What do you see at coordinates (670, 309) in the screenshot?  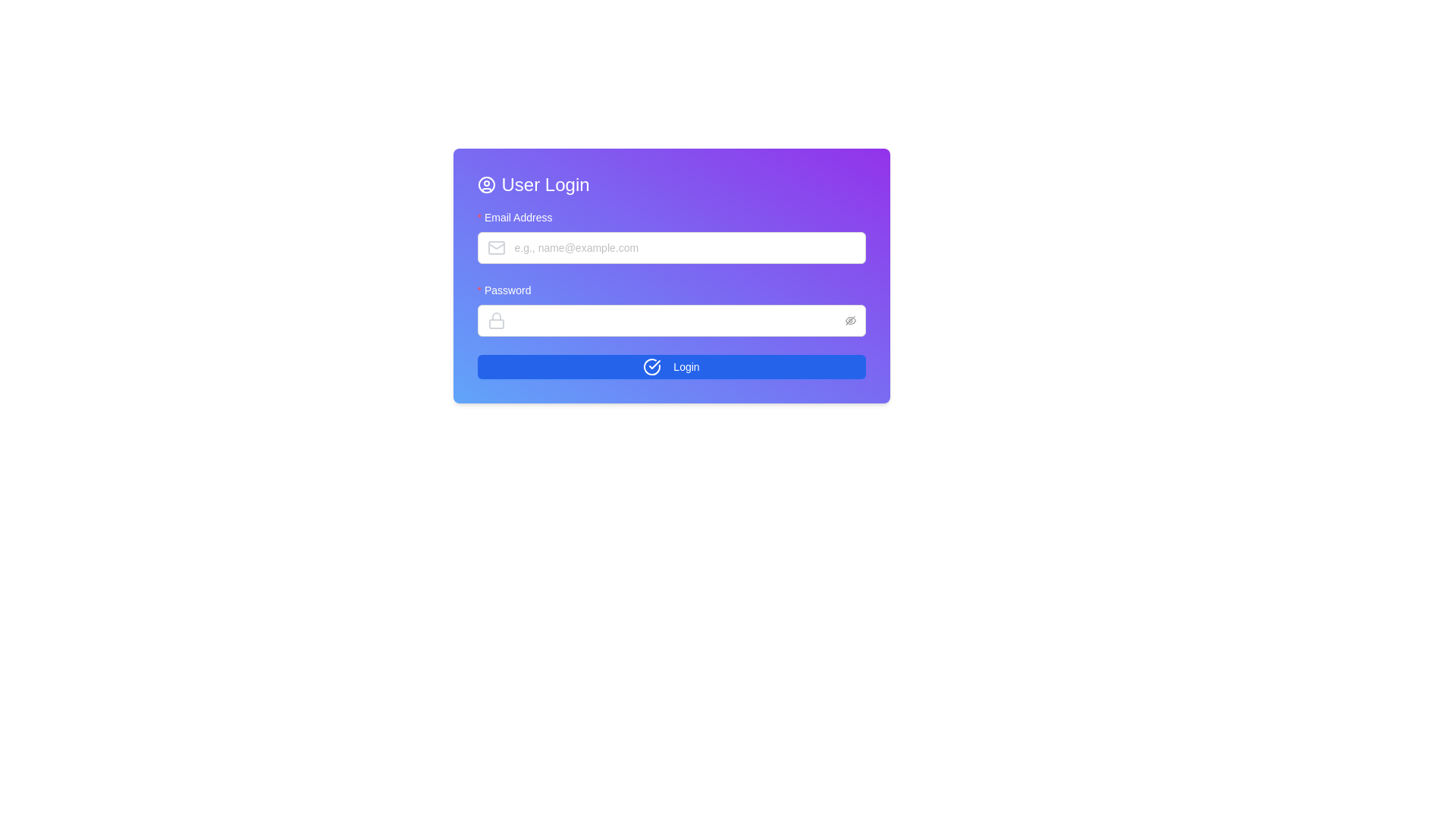 I see `the Password input field` at bounding box center [670, 309].